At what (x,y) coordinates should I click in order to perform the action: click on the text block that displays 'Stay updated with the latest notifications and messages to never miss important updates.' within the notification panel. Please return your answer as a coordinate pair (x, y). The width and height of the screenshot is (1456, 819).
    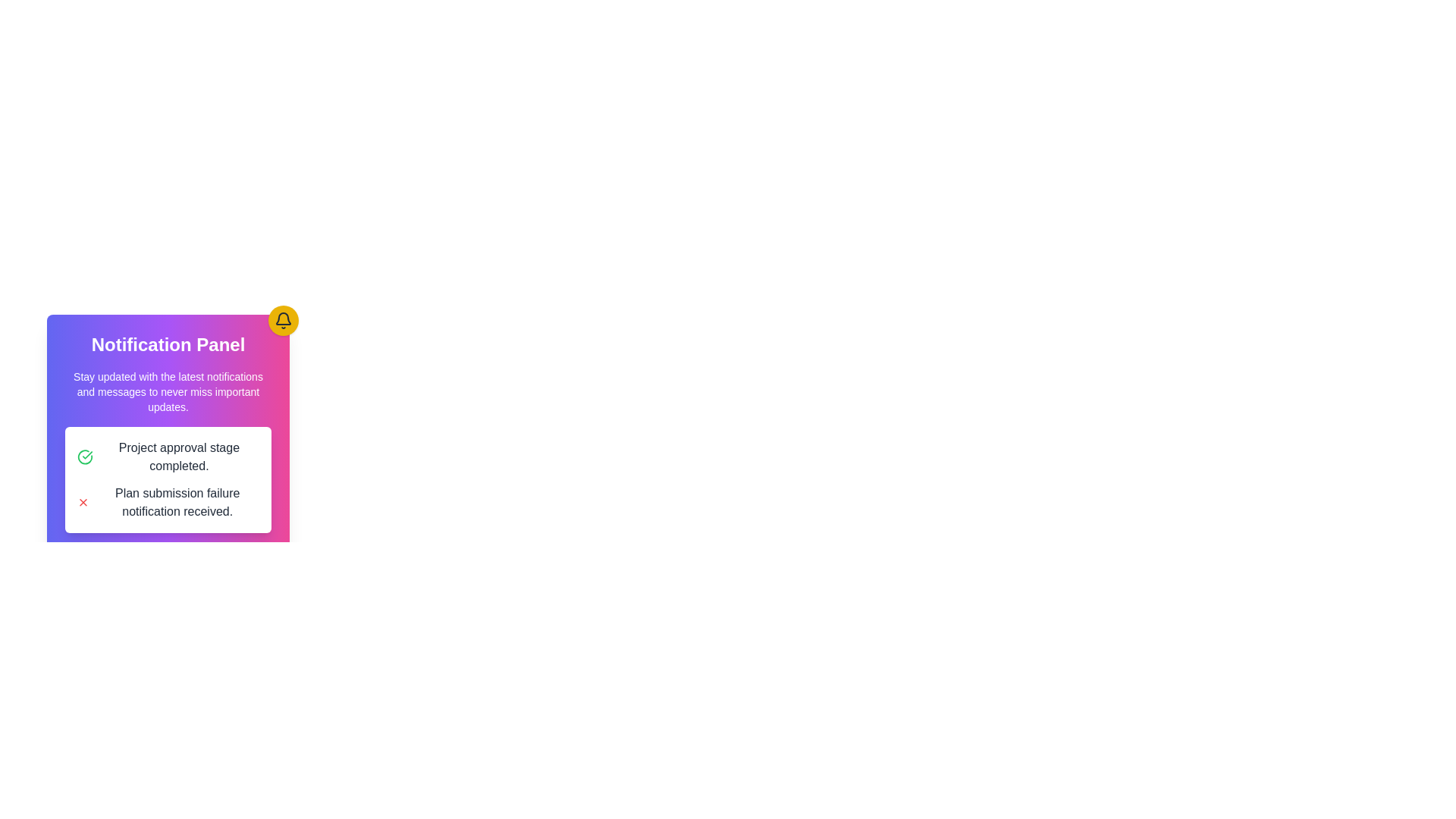
    Looking at the image, I should click on (168, 391).